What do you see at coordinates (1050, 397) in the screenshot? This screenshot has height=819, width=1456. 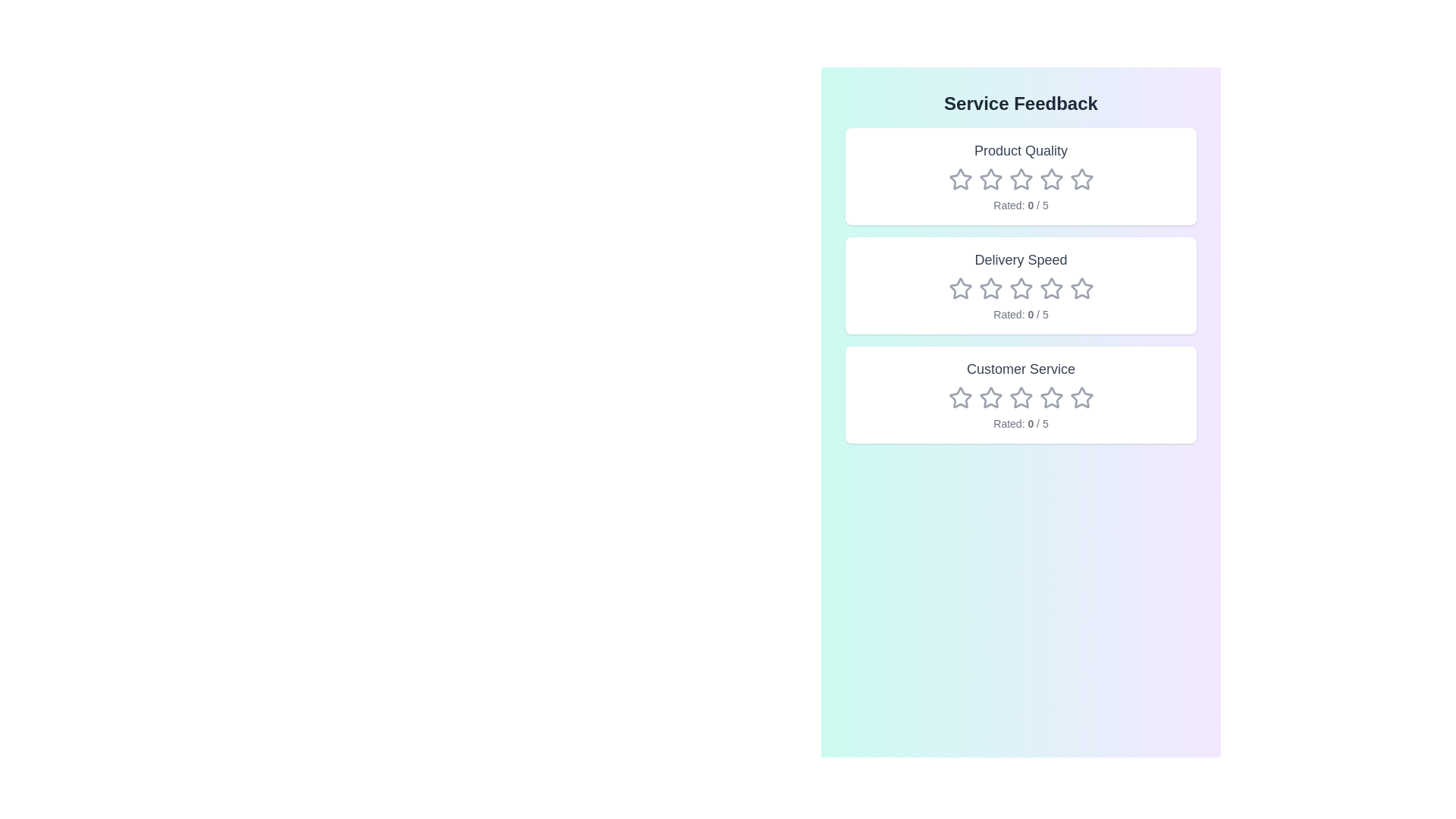 I see `the rating for the category Customer Service to 4 stars` at bounding box center [1050, 397].